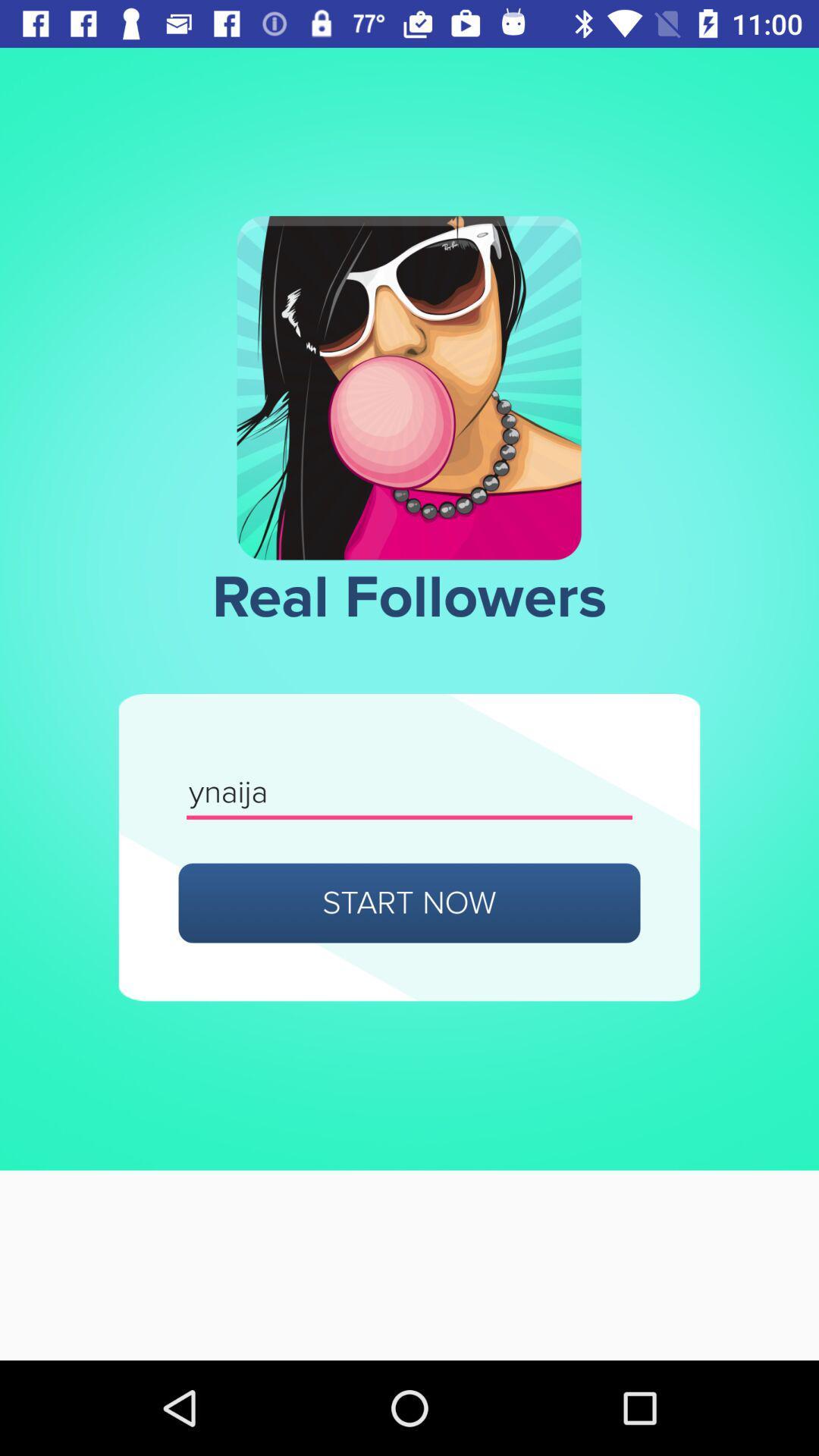 This screenshot has width=819, height=1456. What do you see at coordinates (409, 792) in the screenshot?
I see `icon below the real followers` at bounding box center [409, 792].